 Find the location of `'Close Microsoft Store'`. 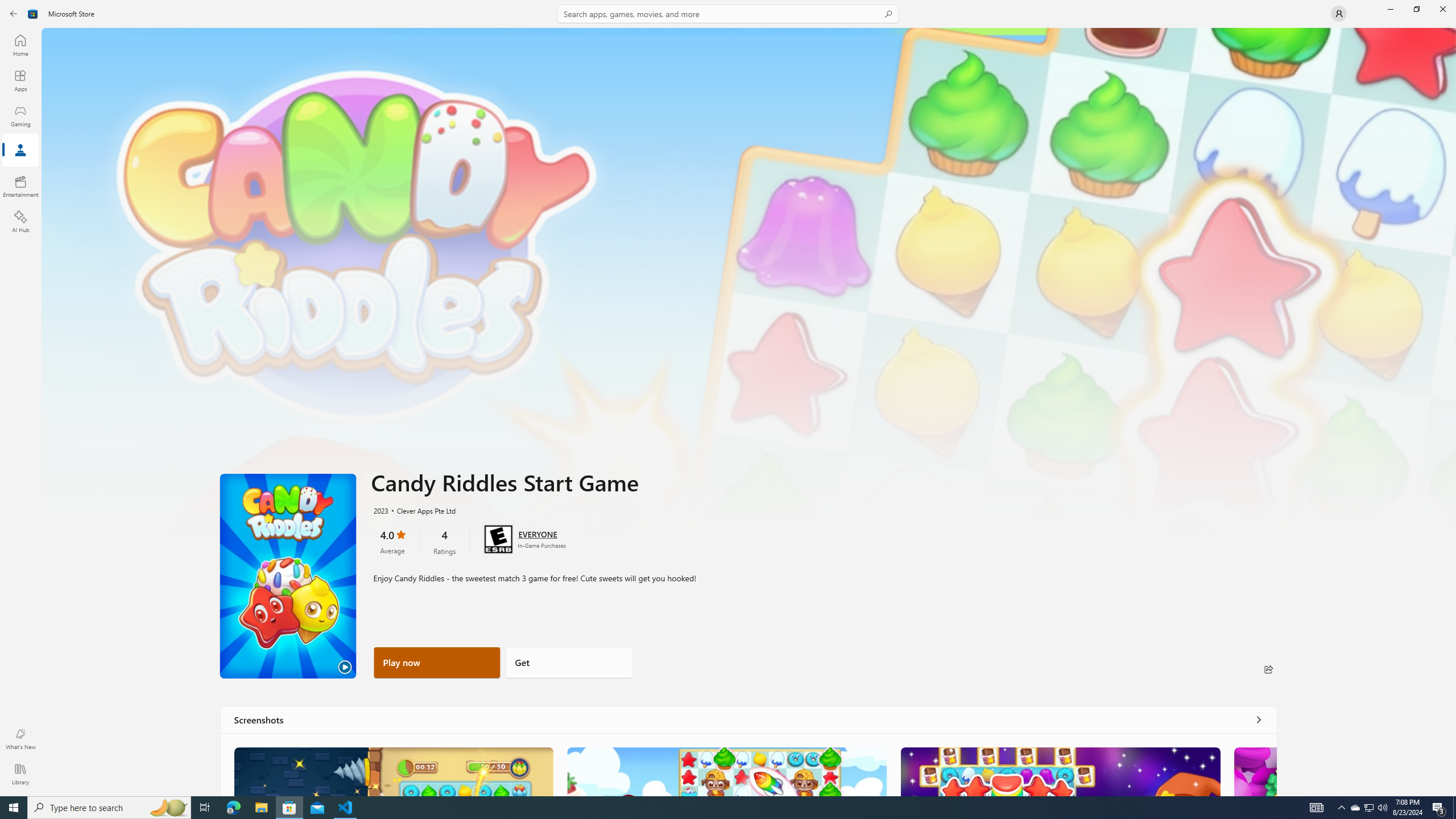

'Close Microsoft Store' is located at coordinates (1442, 9).